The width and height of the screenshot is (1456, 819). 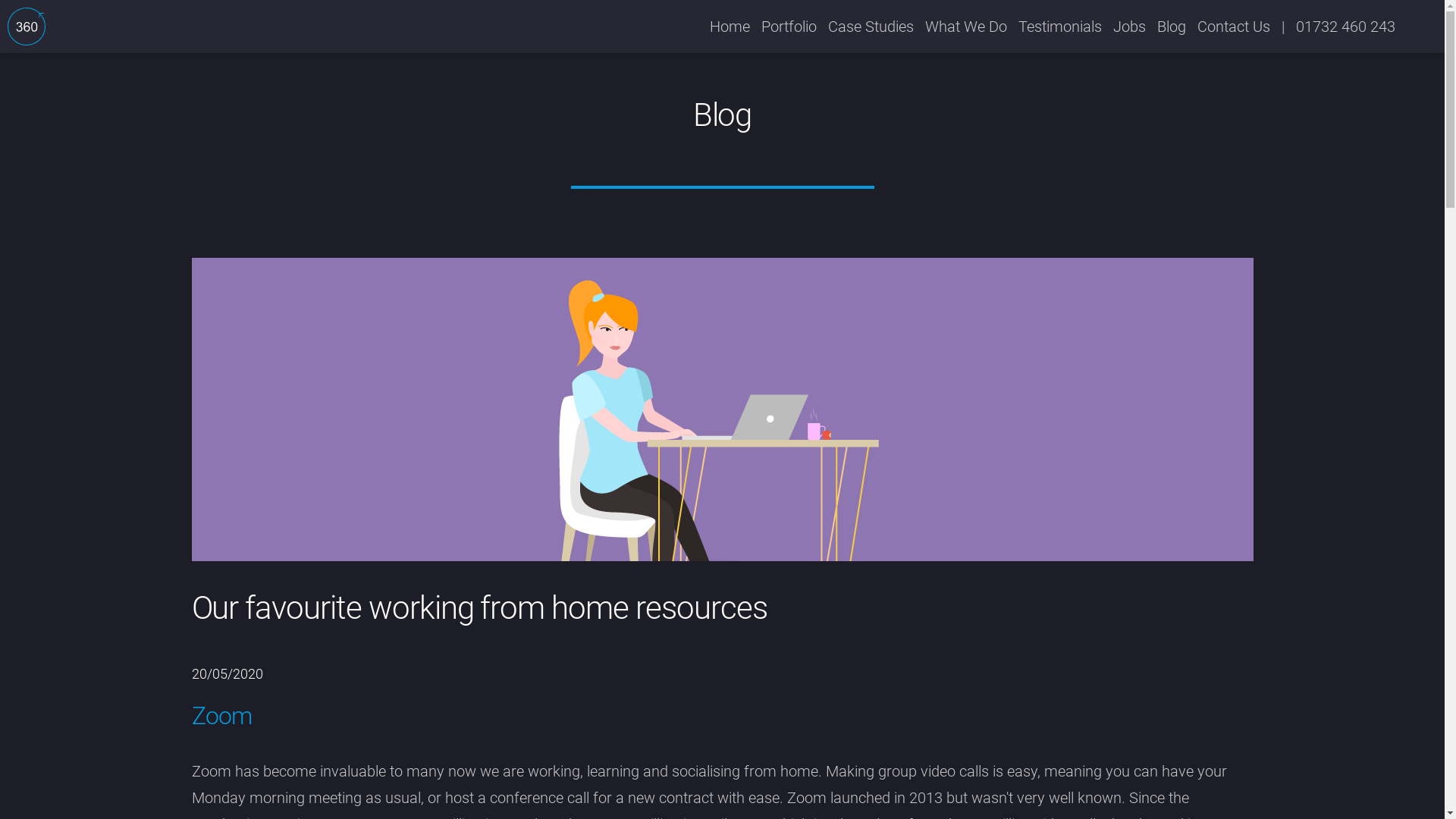 I want to click on 'What We Do', so click(x=965, y=27).